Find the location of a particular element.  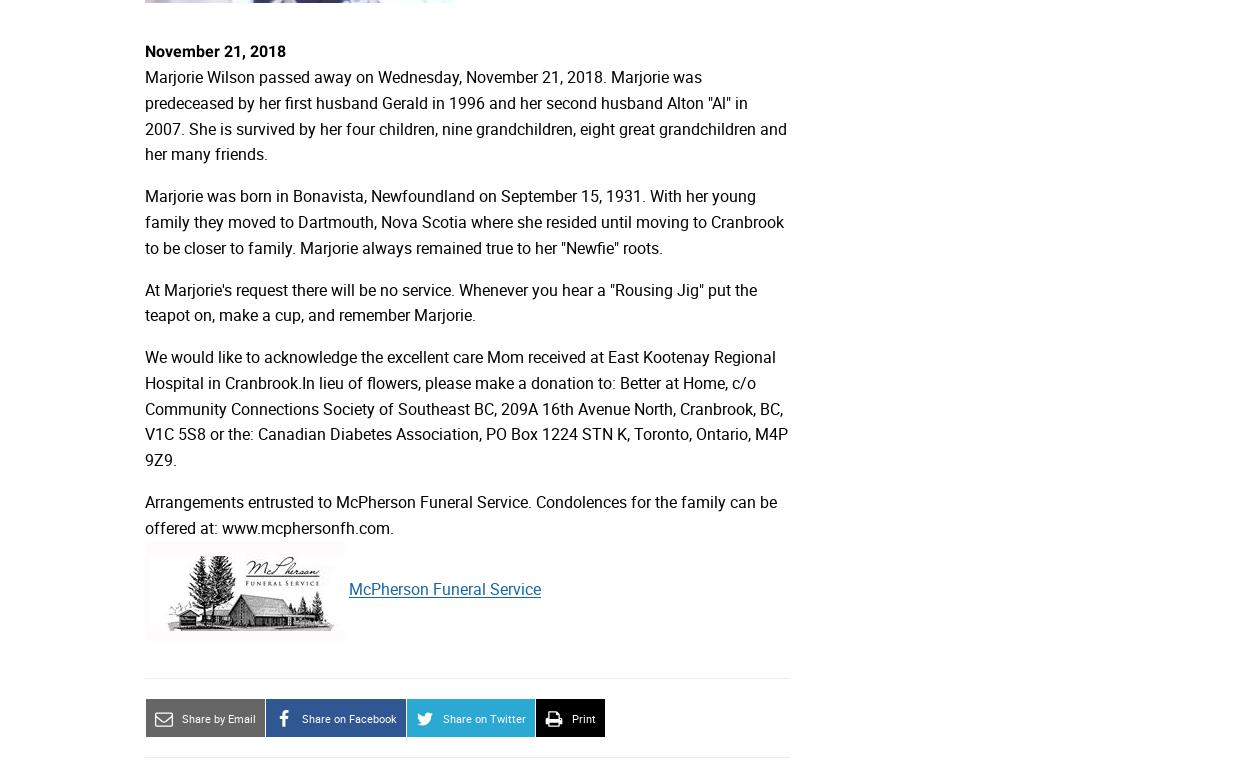

'Share by Email' is located at coordinates (218, 717).